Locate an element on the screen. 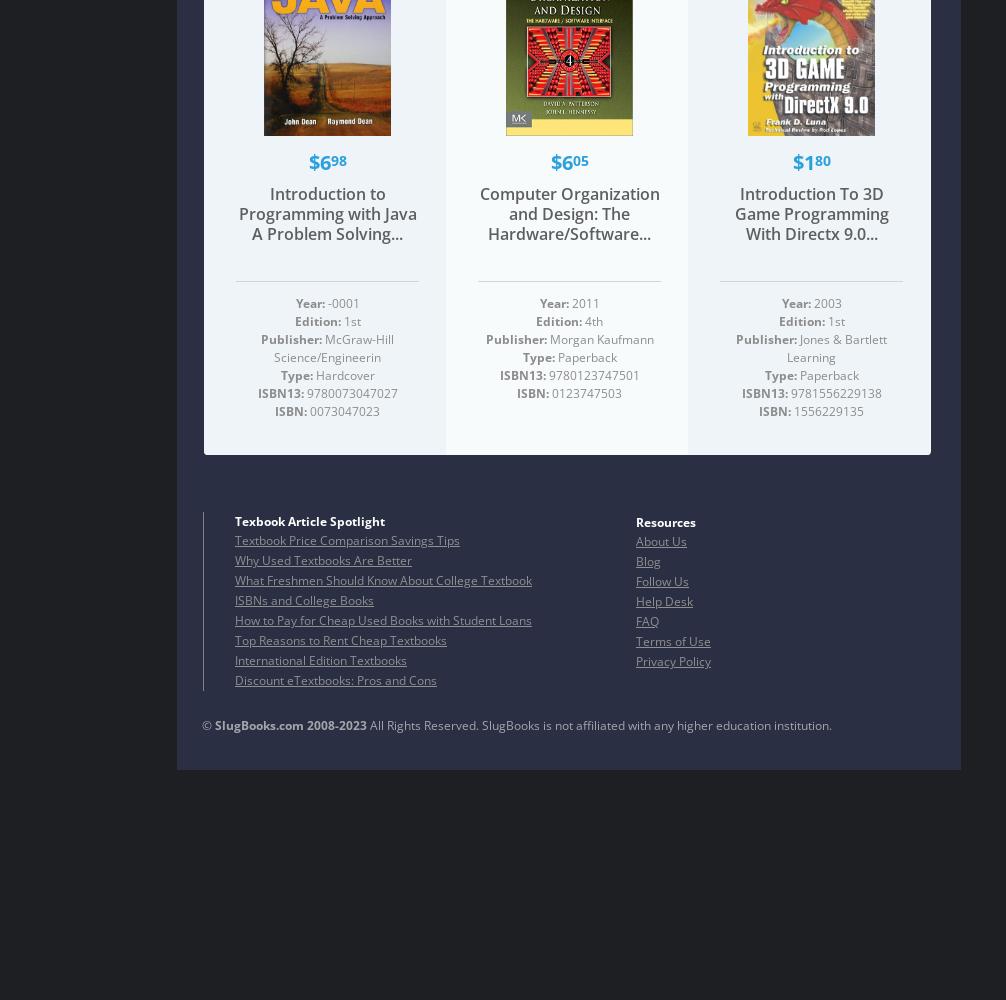 The width and height of the screenshot is (1006, 1000). '0073047023' is located at coordinates (342, 411).